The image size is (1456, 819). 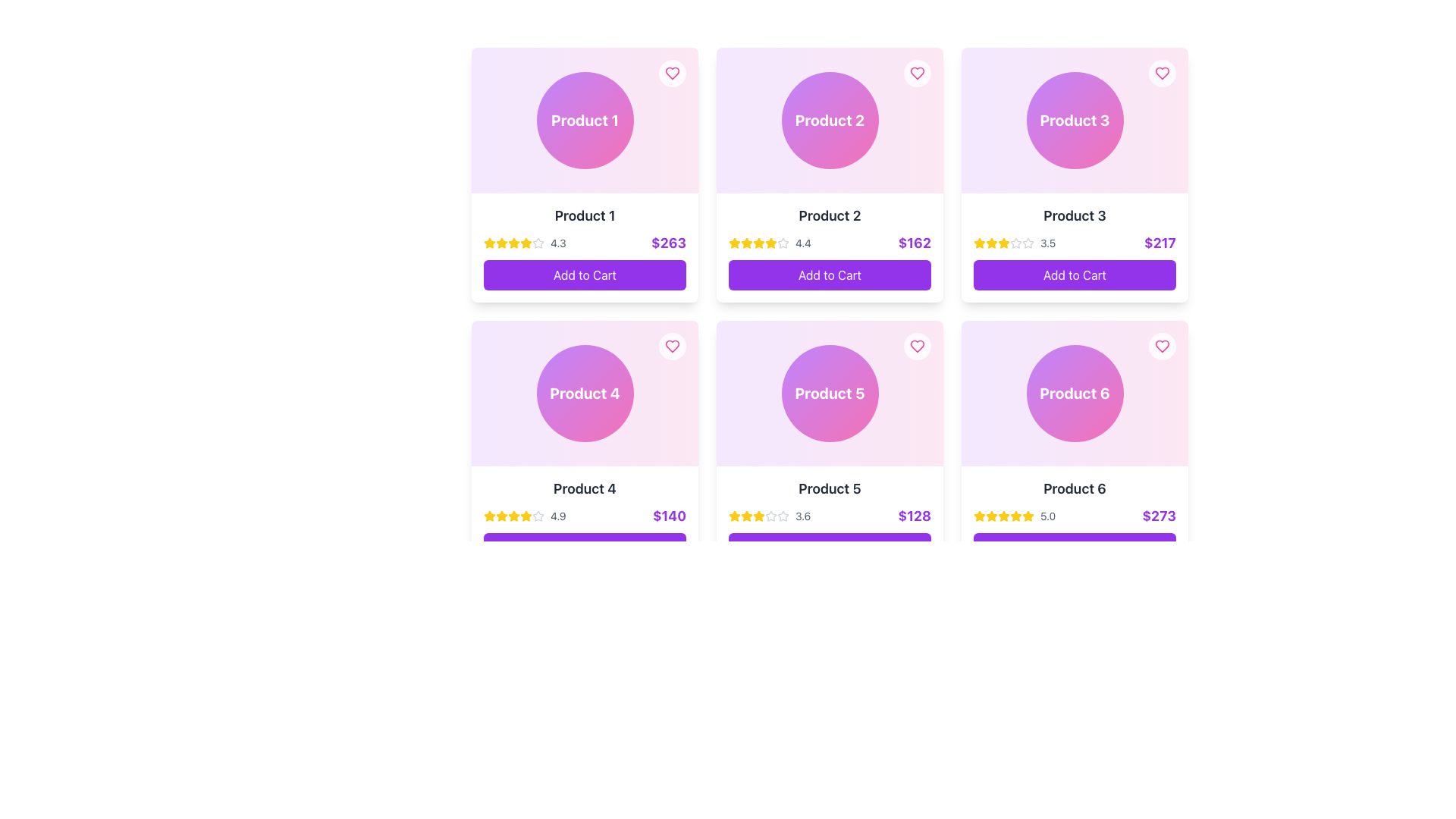 I want to click on the Star glyph located in the second column of the first row, below the title 'Product 2' and above the numerical rating value of '4.4', so click(x=735, y=242).